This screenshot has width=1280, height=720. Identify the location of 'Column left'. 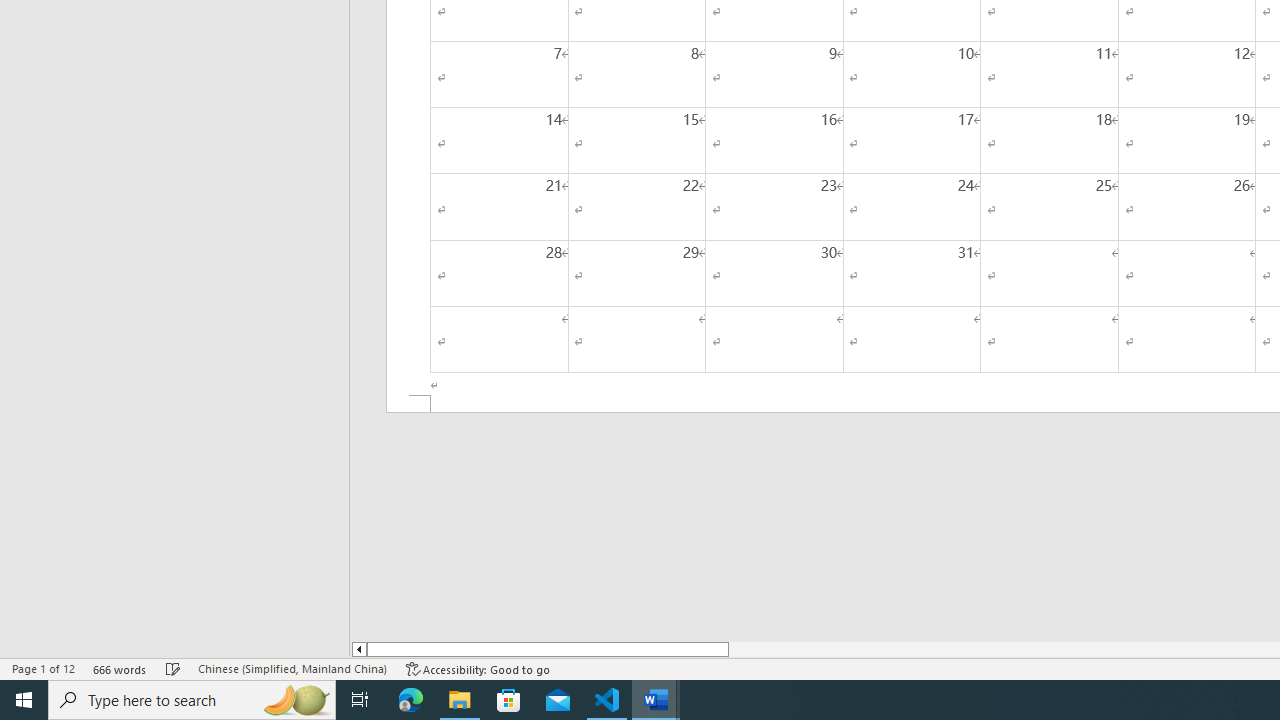
(358, 649).